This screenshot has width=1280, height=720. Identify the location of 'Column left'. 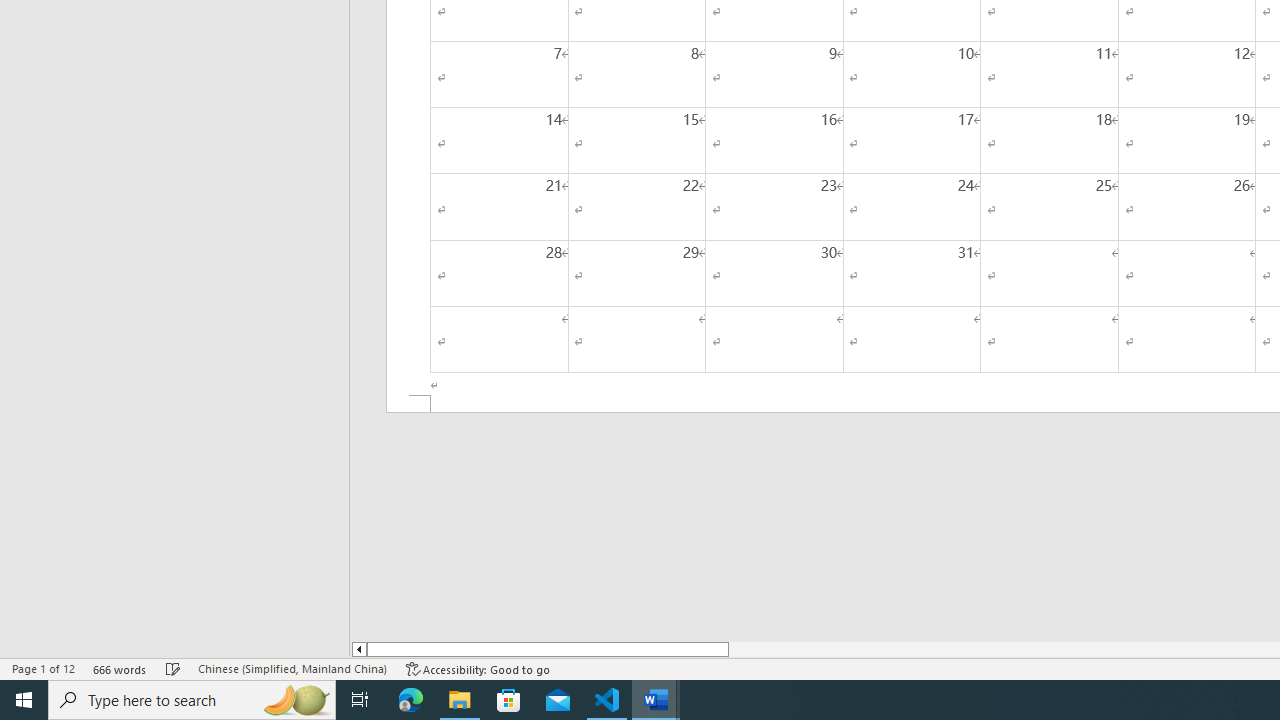
(358, 649).